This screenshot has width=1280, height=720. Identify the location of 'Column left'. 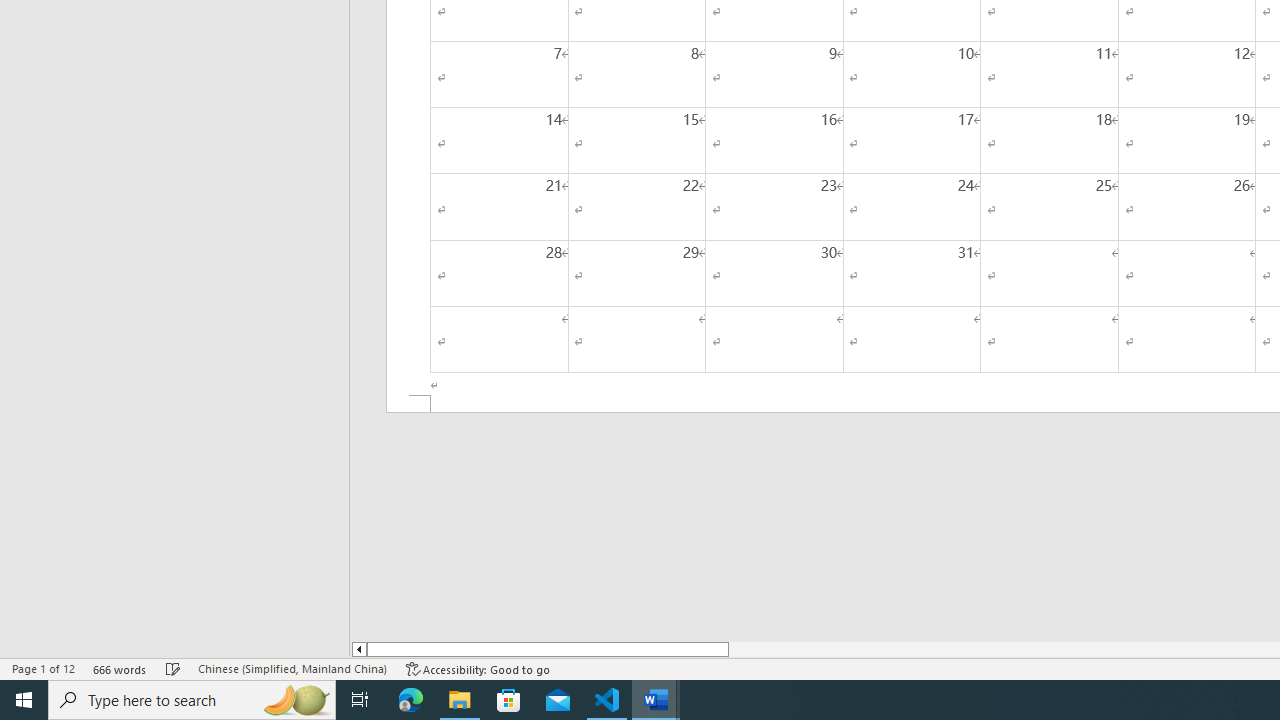
(358, 649).